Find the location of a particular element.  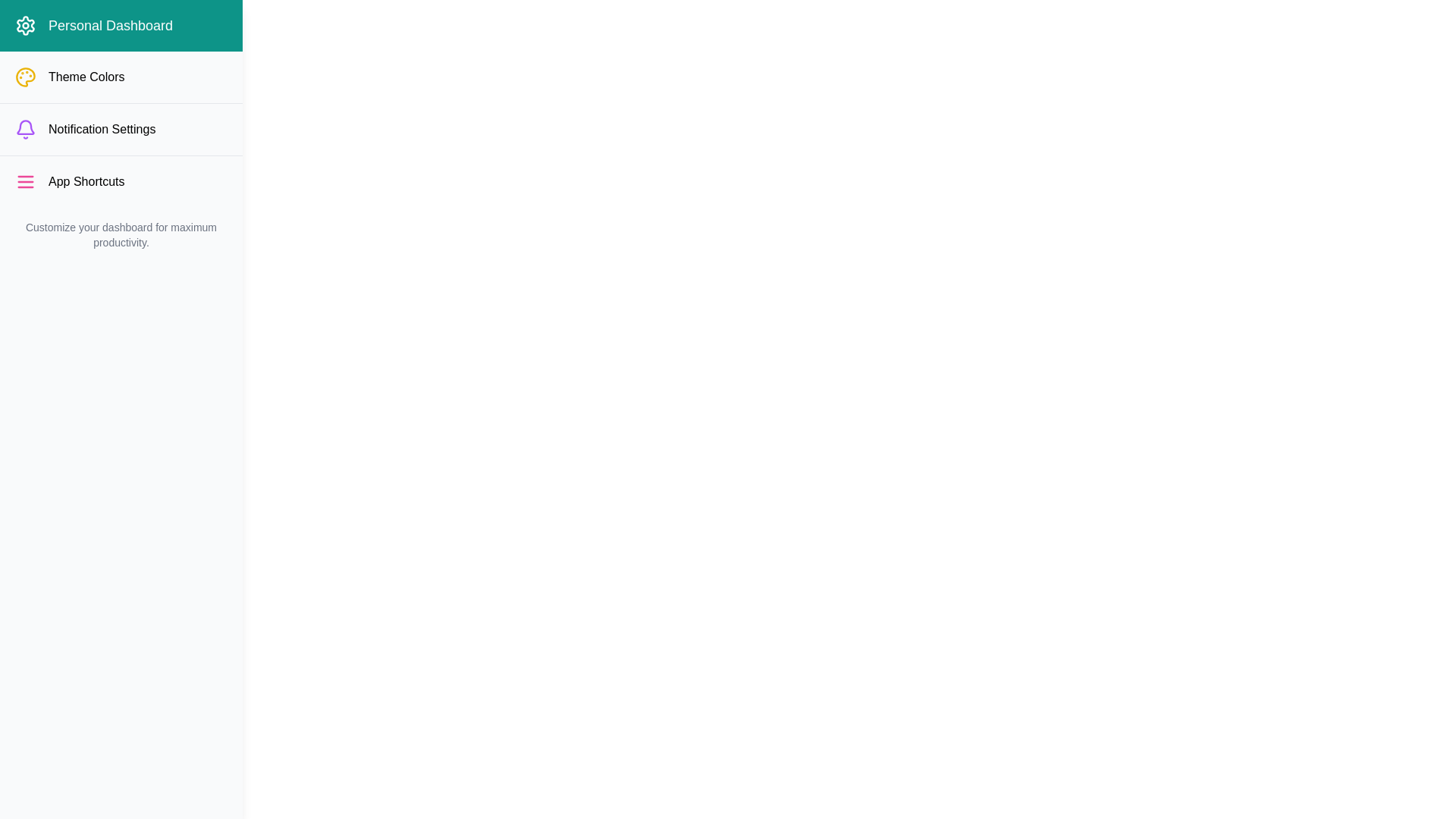

the menu item Theme Colors in the DashboardCustomizerDrawer is located at coordinates (120, 77).